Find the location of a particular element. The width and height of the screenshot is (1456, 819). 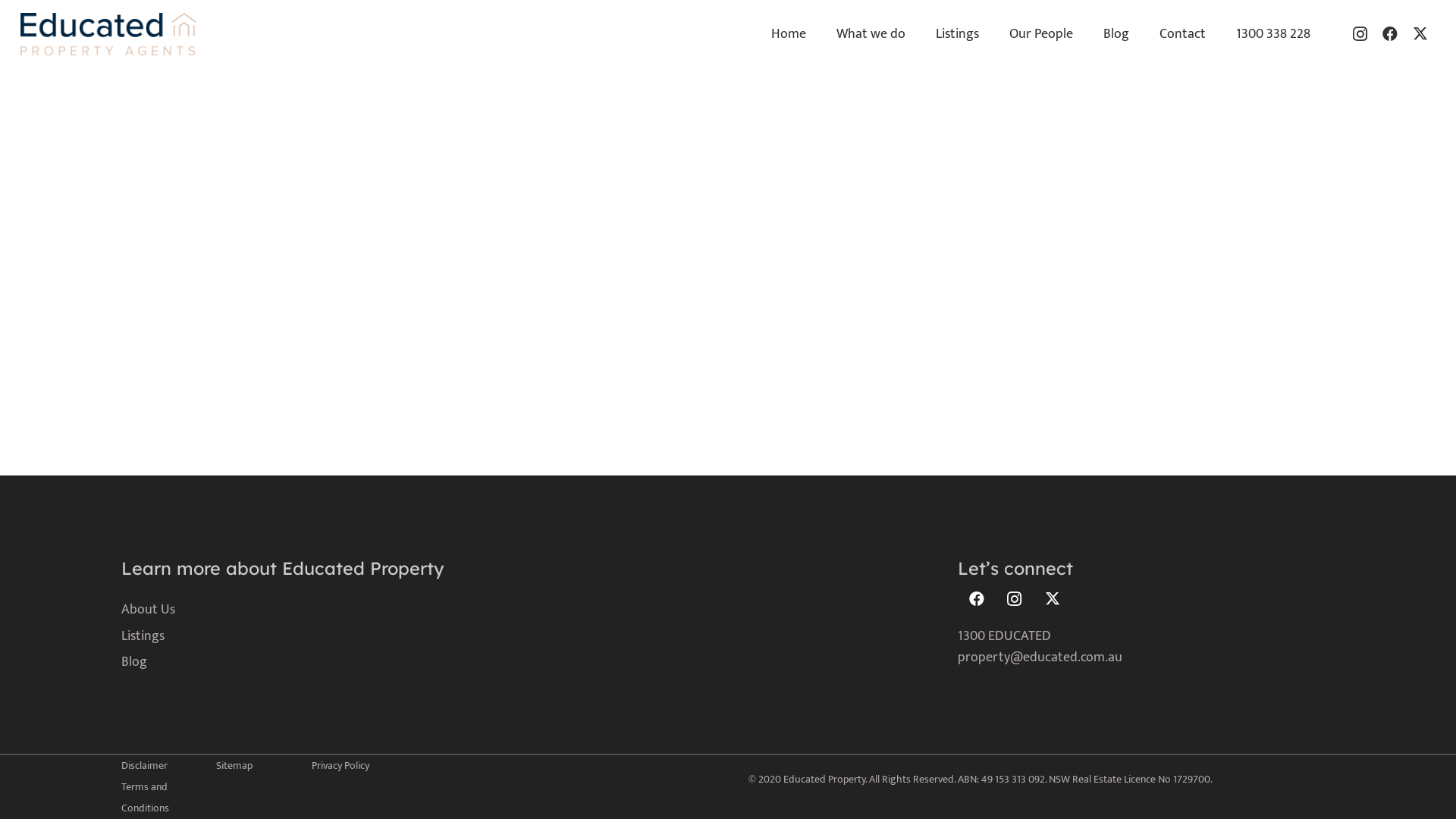

'Sitemap' is located at coordinates (233, 765).